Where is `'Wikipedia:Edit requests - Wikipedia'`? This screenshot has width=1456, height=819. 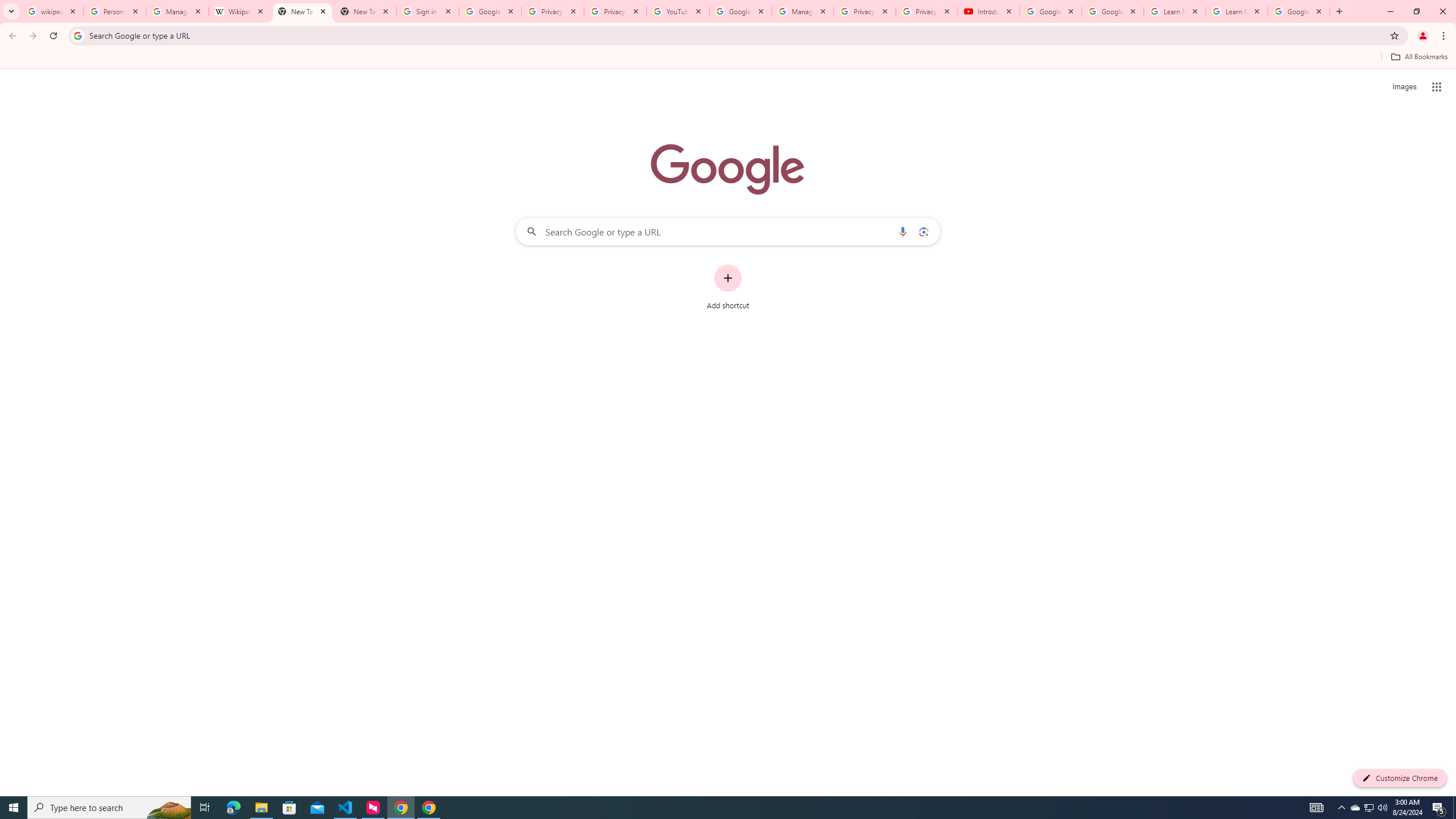
'Wikipedia:Edit requests - Wikipedia' is located at coordinates (239, 11).